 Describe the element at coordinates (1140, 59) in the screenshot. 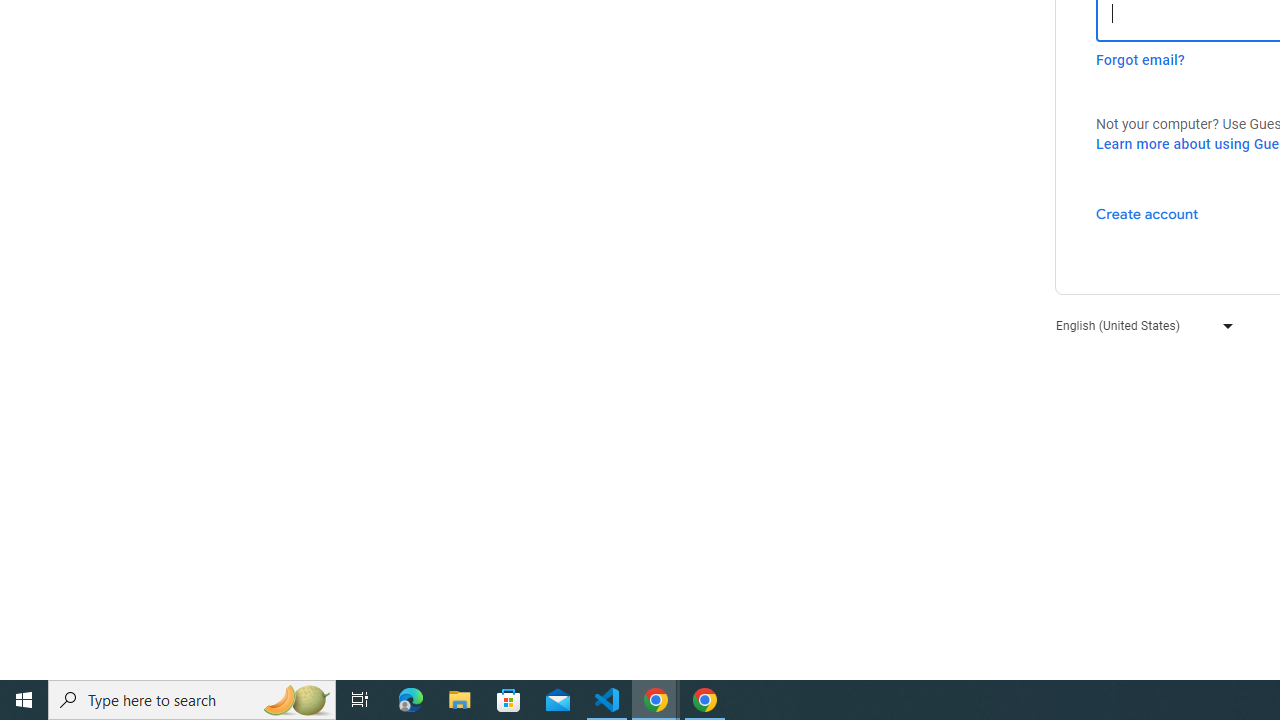

I see `'Forgot email?'` at that location.